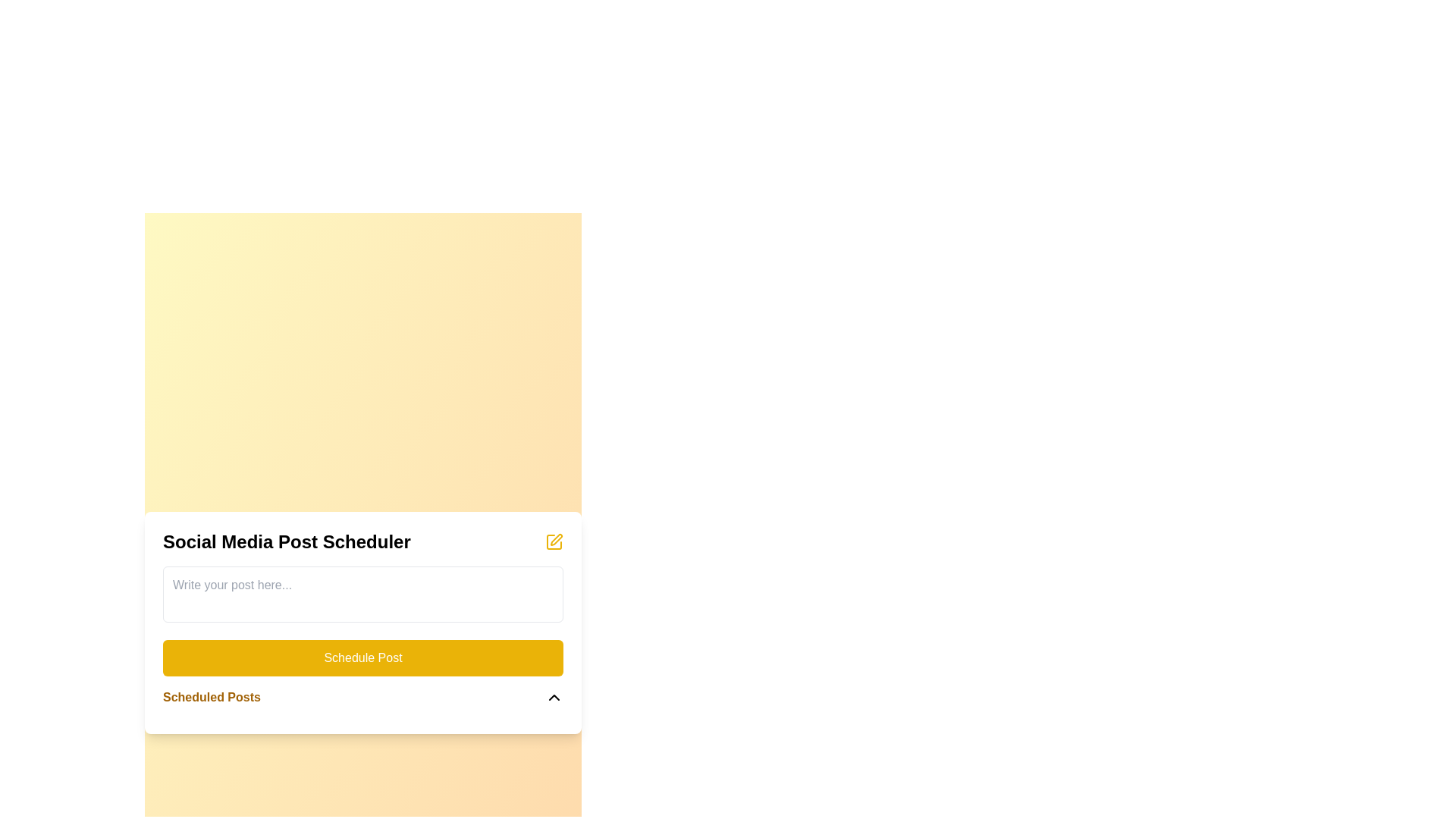 This screenshot has height=819, width=1456. What do you see at coordinates (211, 697) in the screenshot?
I see `the 'Scheduled Posts' text label, which is a bold text in yellow-brownish color located at the bottom of a white card-like UI section` at bounding box center [211, 697].